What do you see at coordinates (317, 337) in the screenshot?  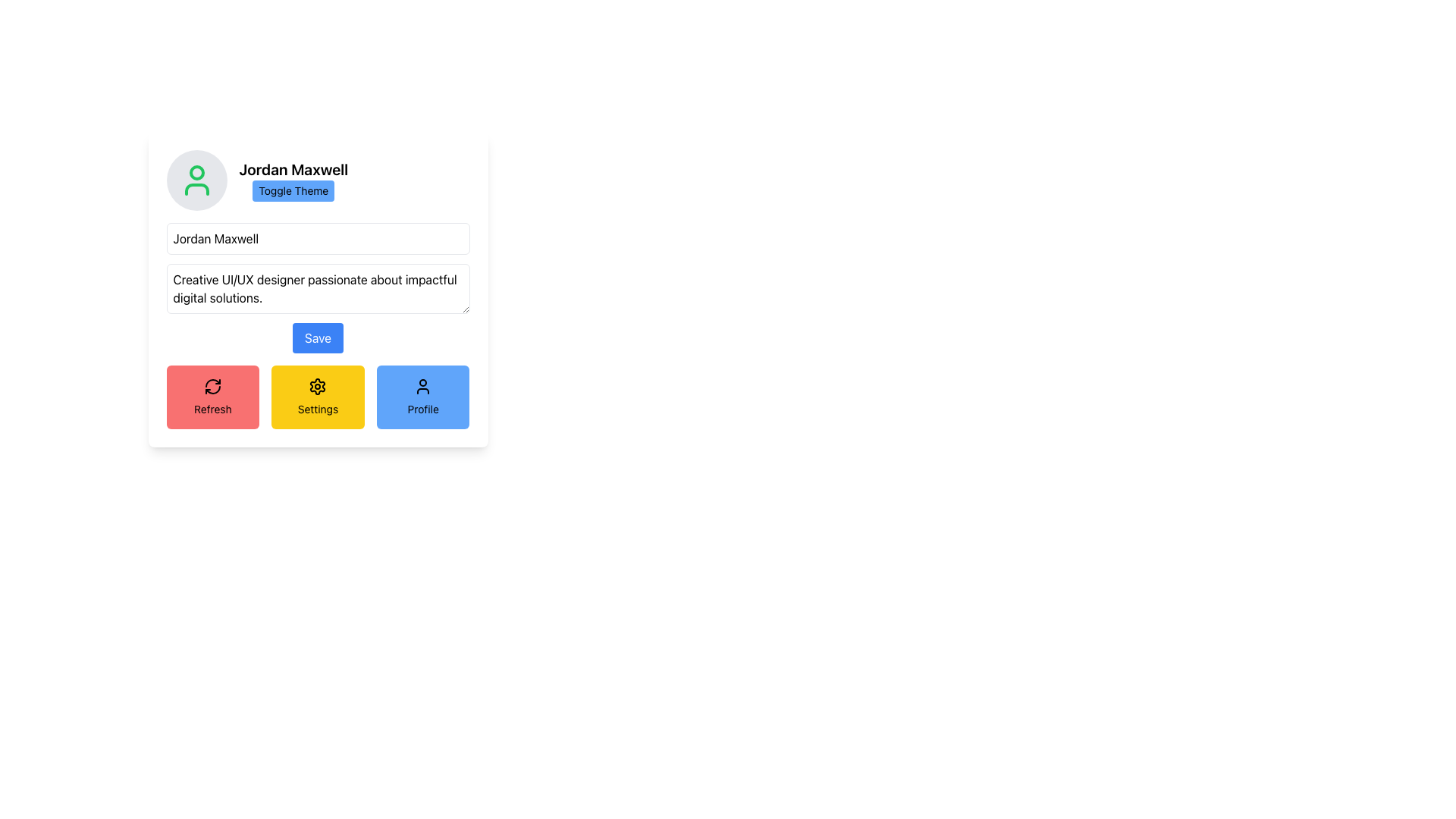 I see `the 'Save' button with a blue background and rounded corners` at bounding box center [317, 337].